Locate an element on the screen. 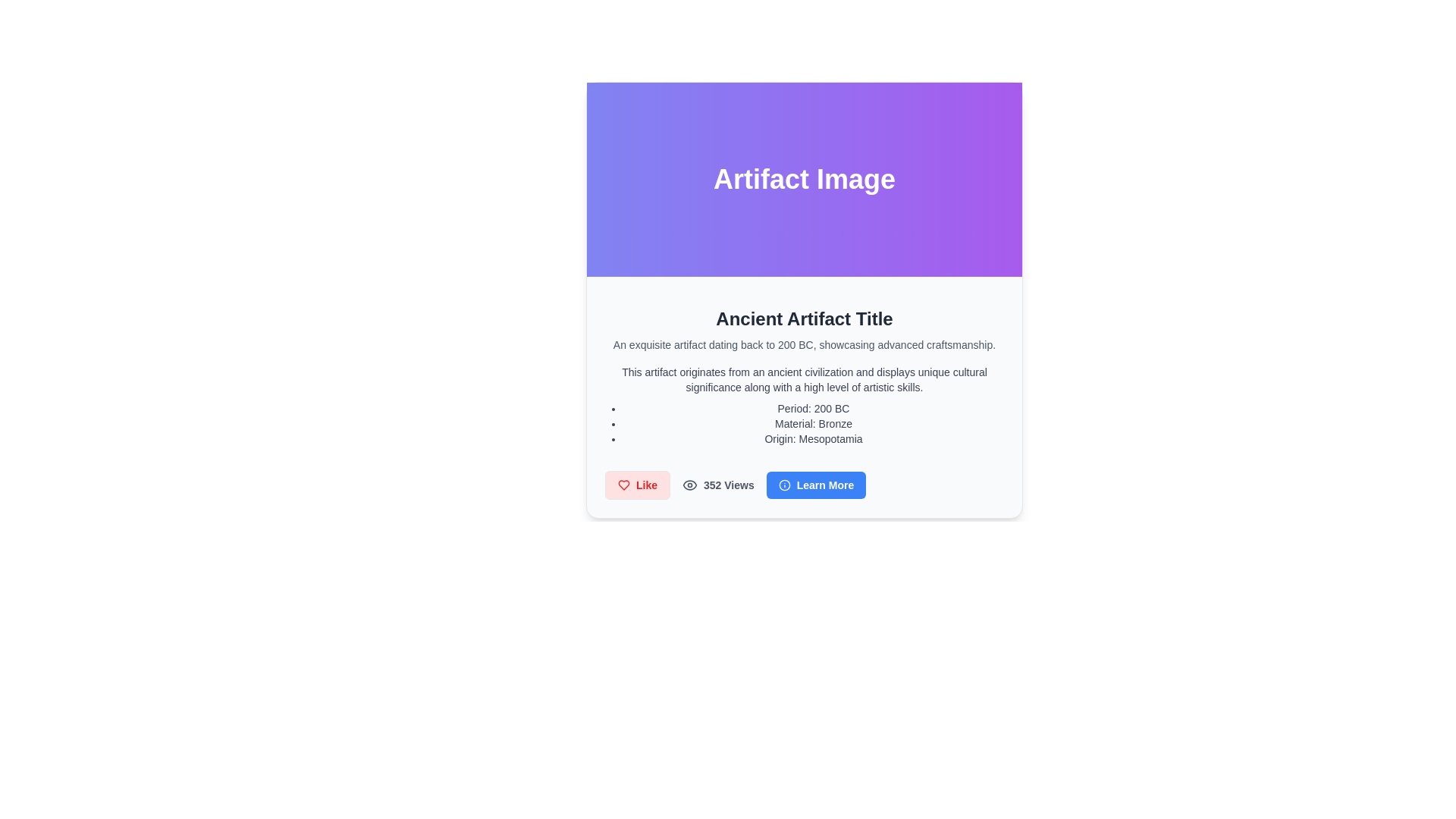  the heart-shaped SVG icon that is part of the 'Like' button, located near the bottom left section of the interface is located at coordinates (623, 485).